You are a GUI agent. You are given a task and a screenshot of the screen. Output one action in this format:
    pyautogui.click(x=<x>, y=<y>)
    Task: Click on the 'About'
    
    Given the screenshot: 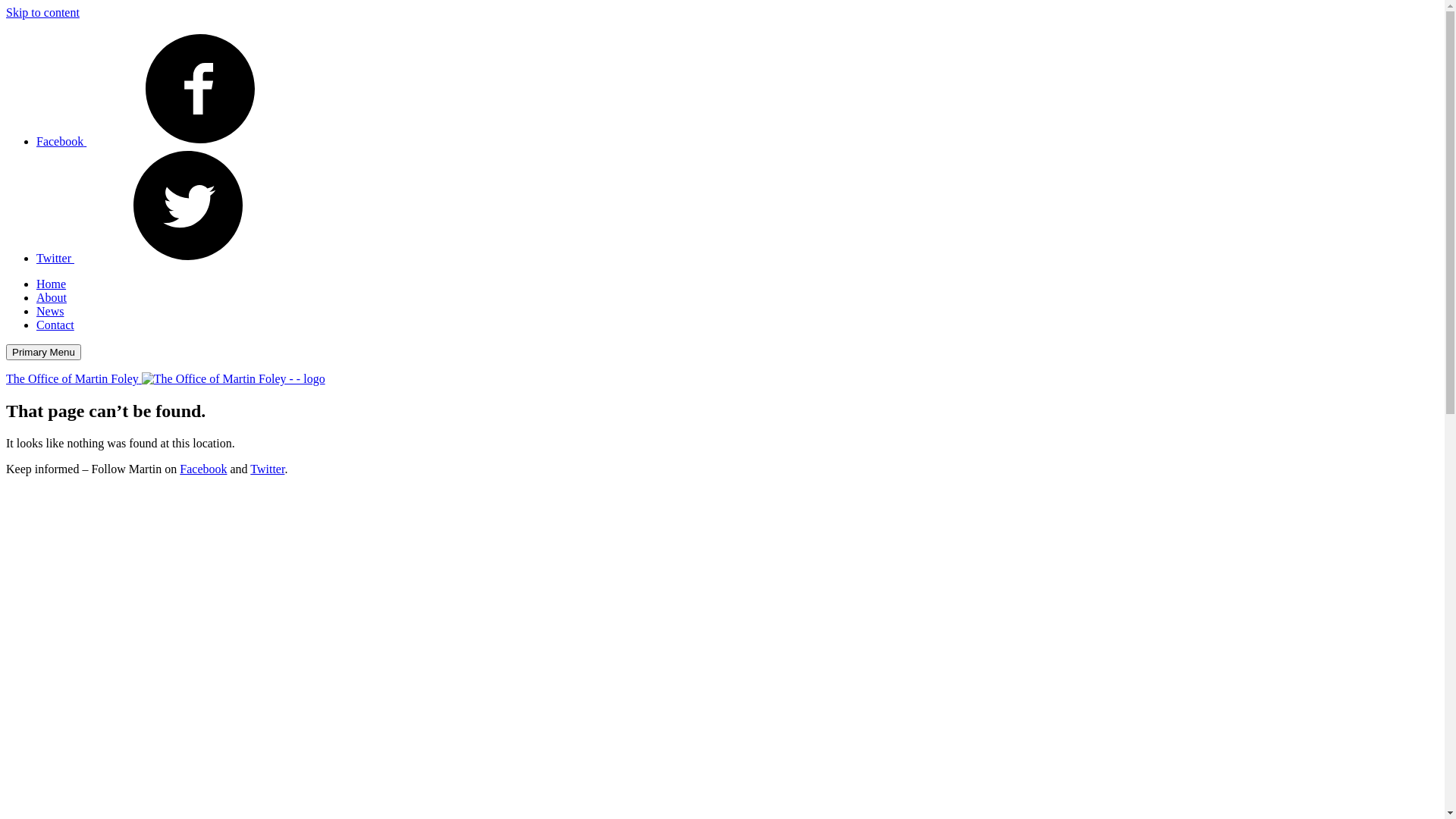 What is the action you would take?
    pyautogui.click(x=51, y=297)
    